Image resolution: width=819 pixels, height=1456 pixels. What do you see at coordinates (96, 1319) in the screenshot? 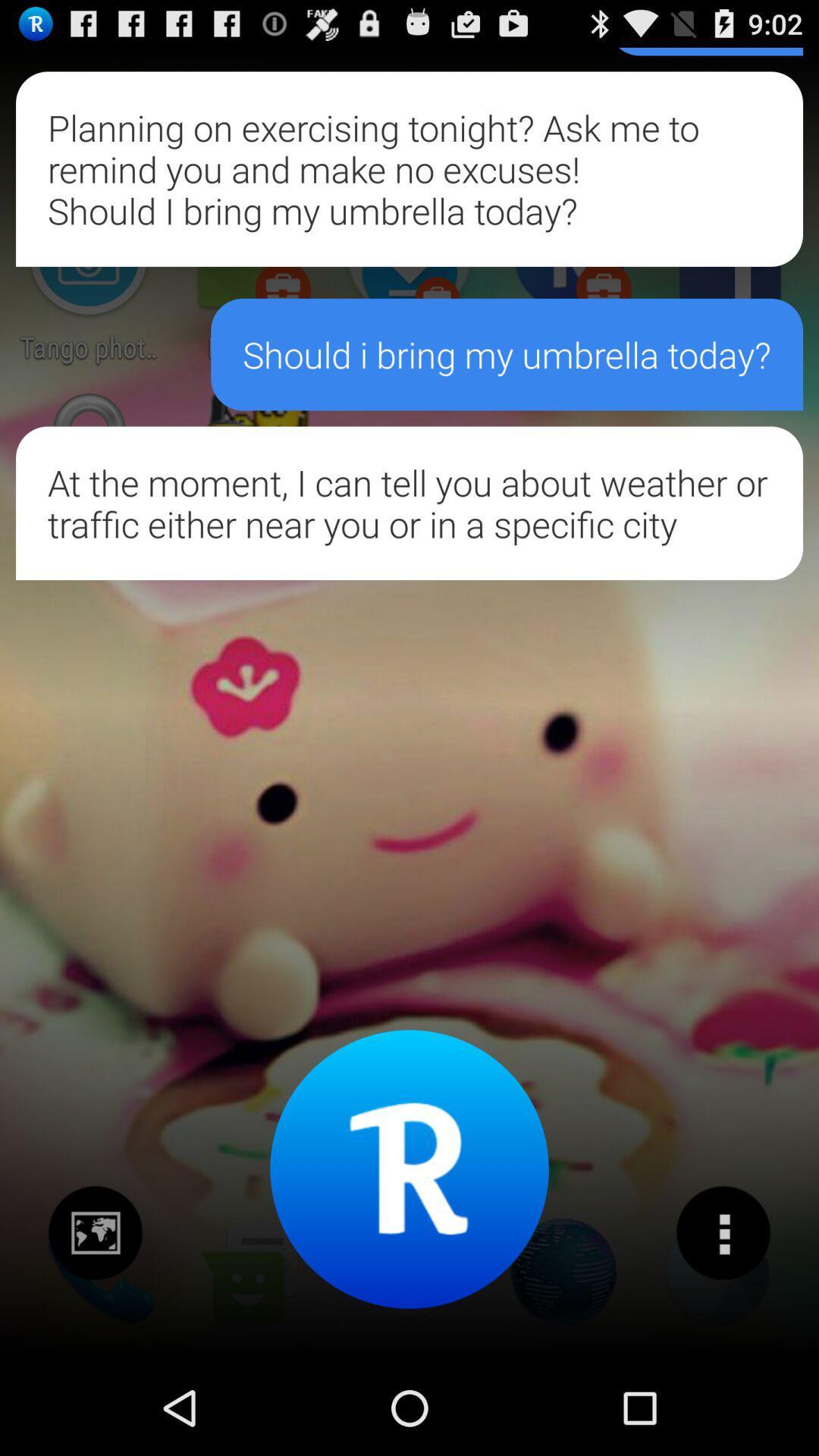
I see `the wallpaper icon` at bounding box center [96, 1319].